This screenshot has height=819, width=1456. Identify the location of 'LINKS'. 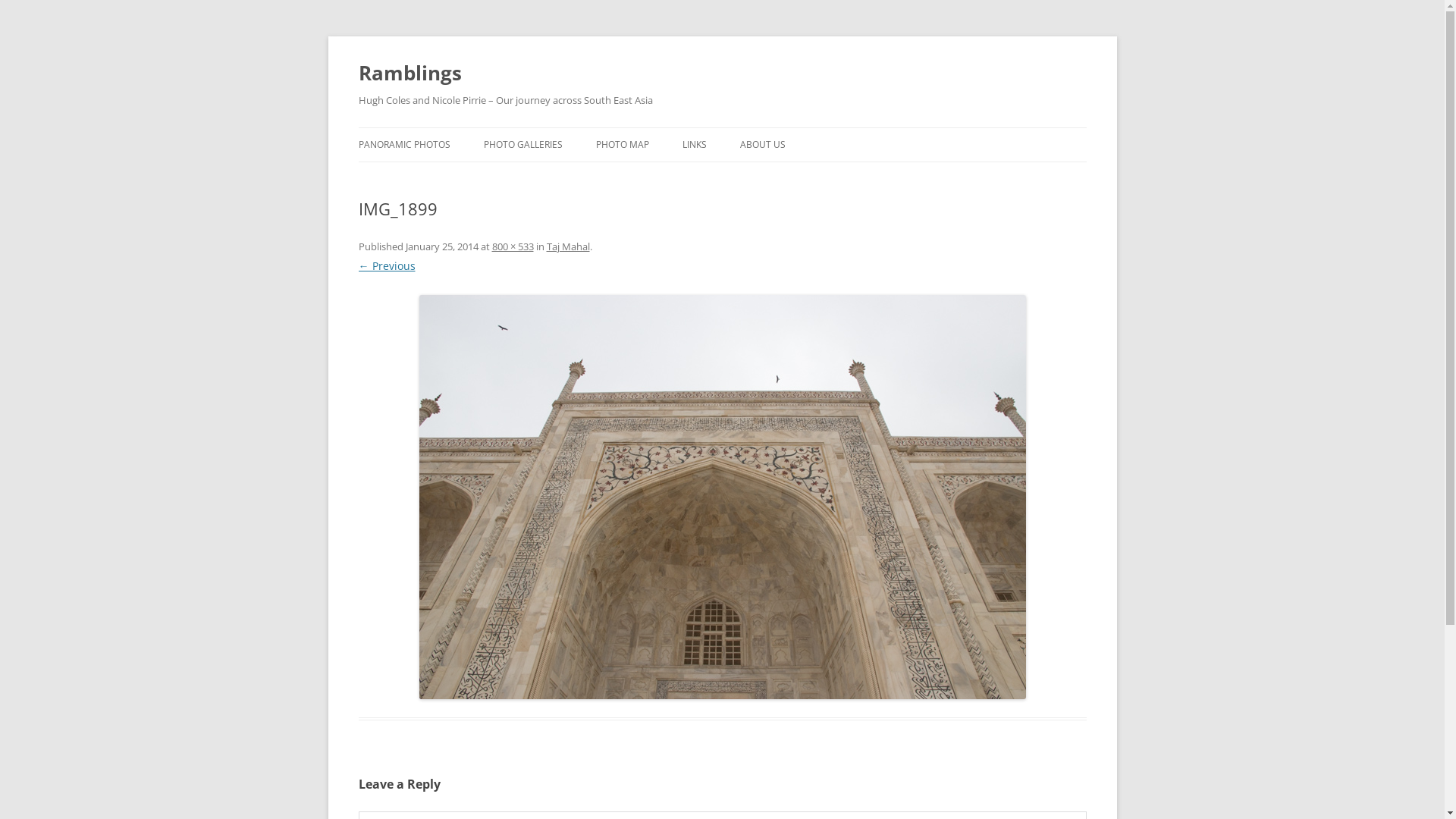
(682, 145).